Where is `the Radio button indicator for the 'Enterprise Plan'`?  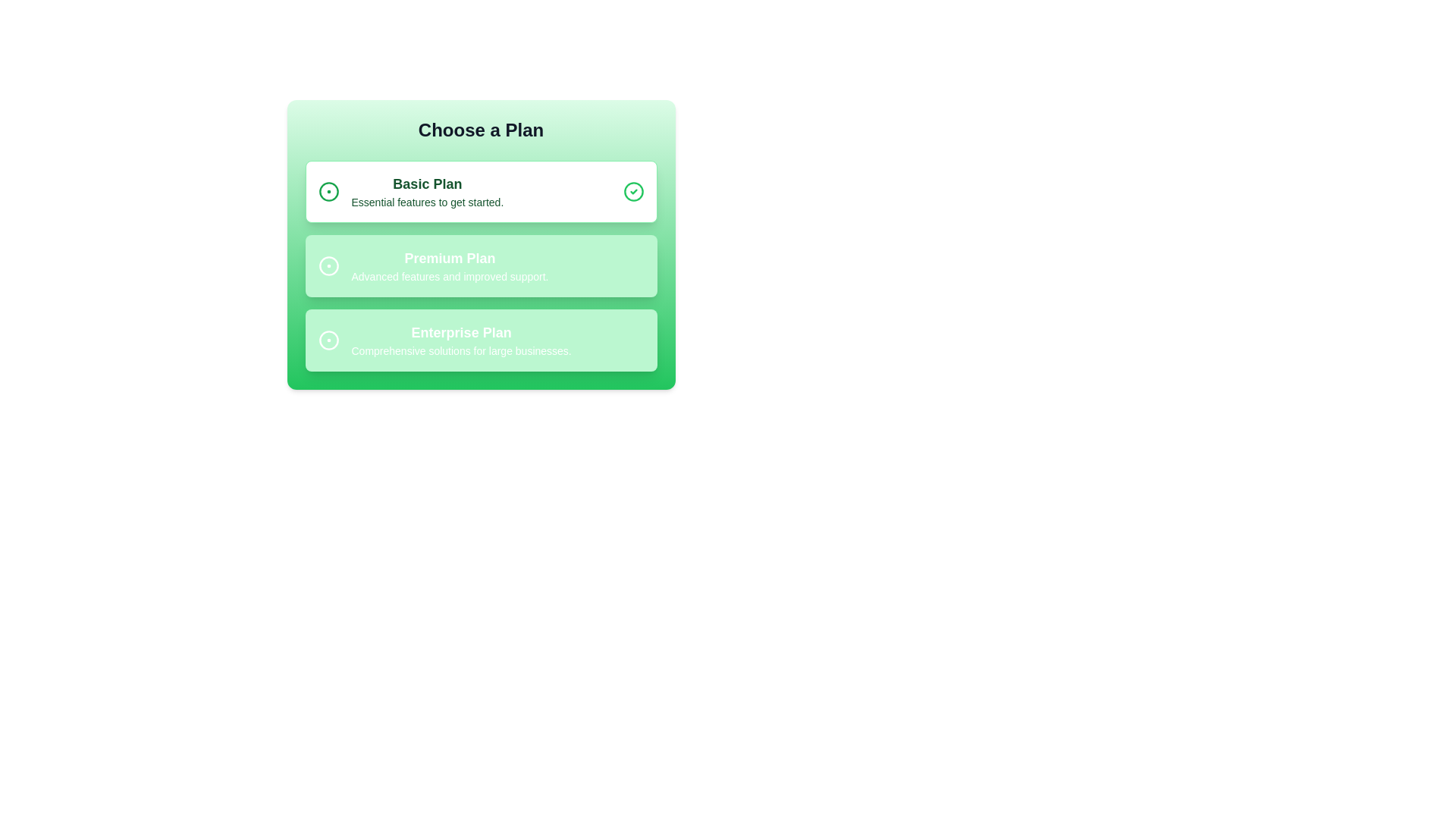
the Radio button indicator for the 'Enterprise Plan' is located at coordinates (328, 339).